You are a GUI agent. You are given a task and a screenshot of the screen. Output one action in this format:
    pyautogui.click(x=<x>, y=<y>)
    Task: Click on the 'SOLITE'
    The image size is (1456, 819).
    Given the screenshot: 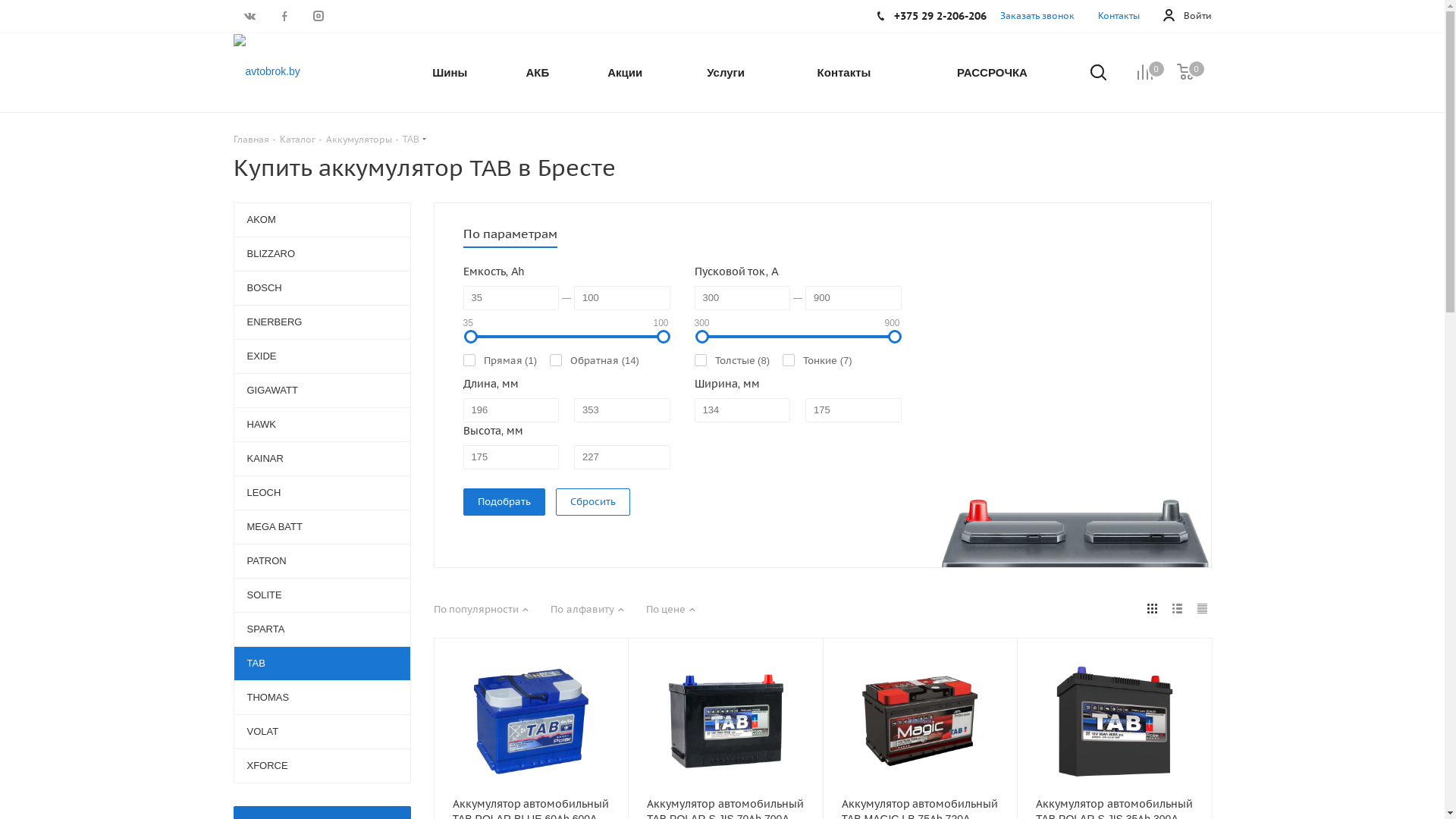 What is the action you would take?
    pyautogui.click(x=232, y=594)
    